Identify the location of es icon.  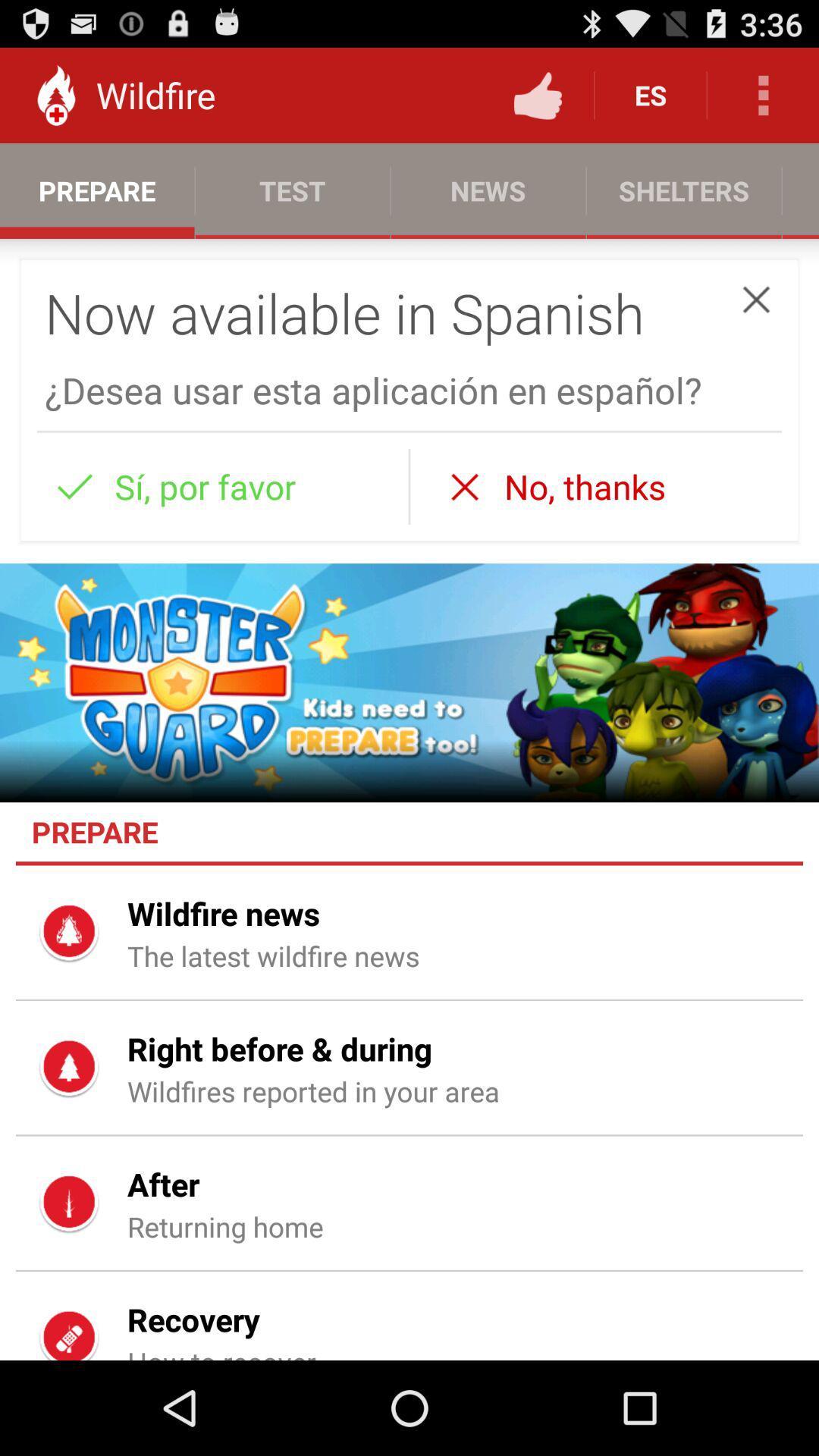
(649, 94).